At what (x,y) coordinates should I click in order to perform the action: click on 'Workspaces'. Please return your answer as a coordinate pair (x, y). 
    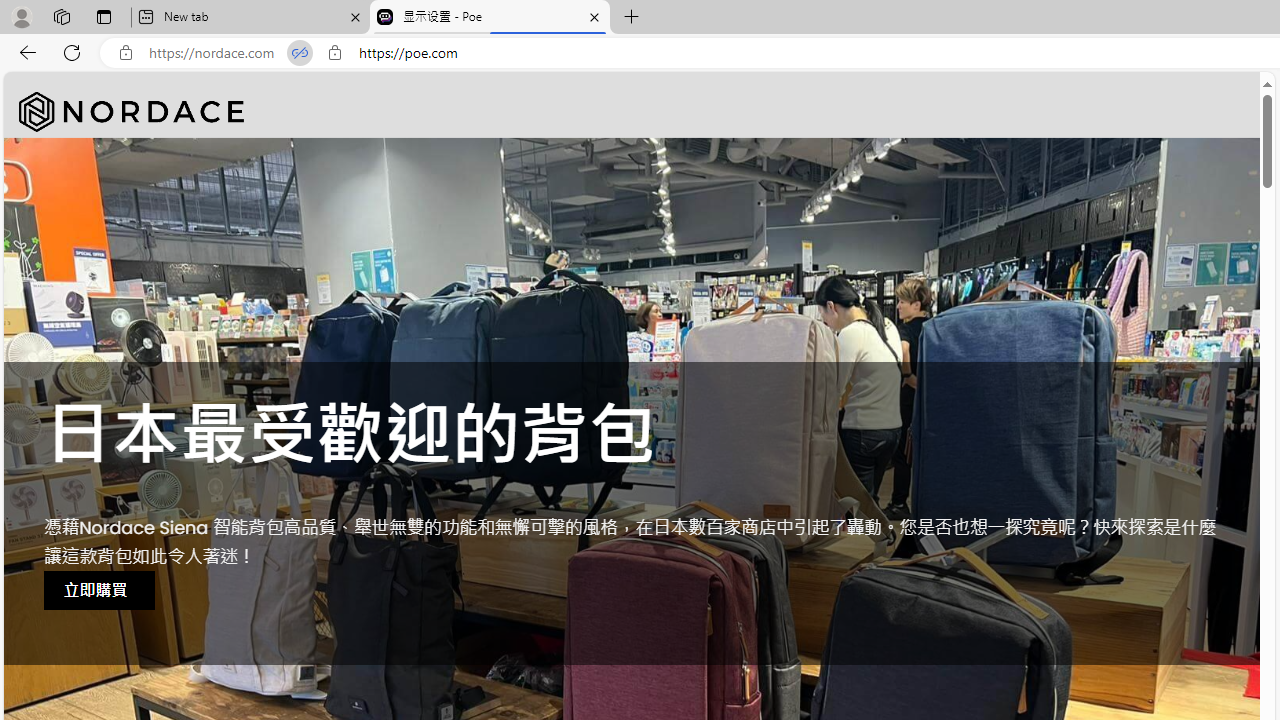
    Looking at the image, I should click on (61, 16).